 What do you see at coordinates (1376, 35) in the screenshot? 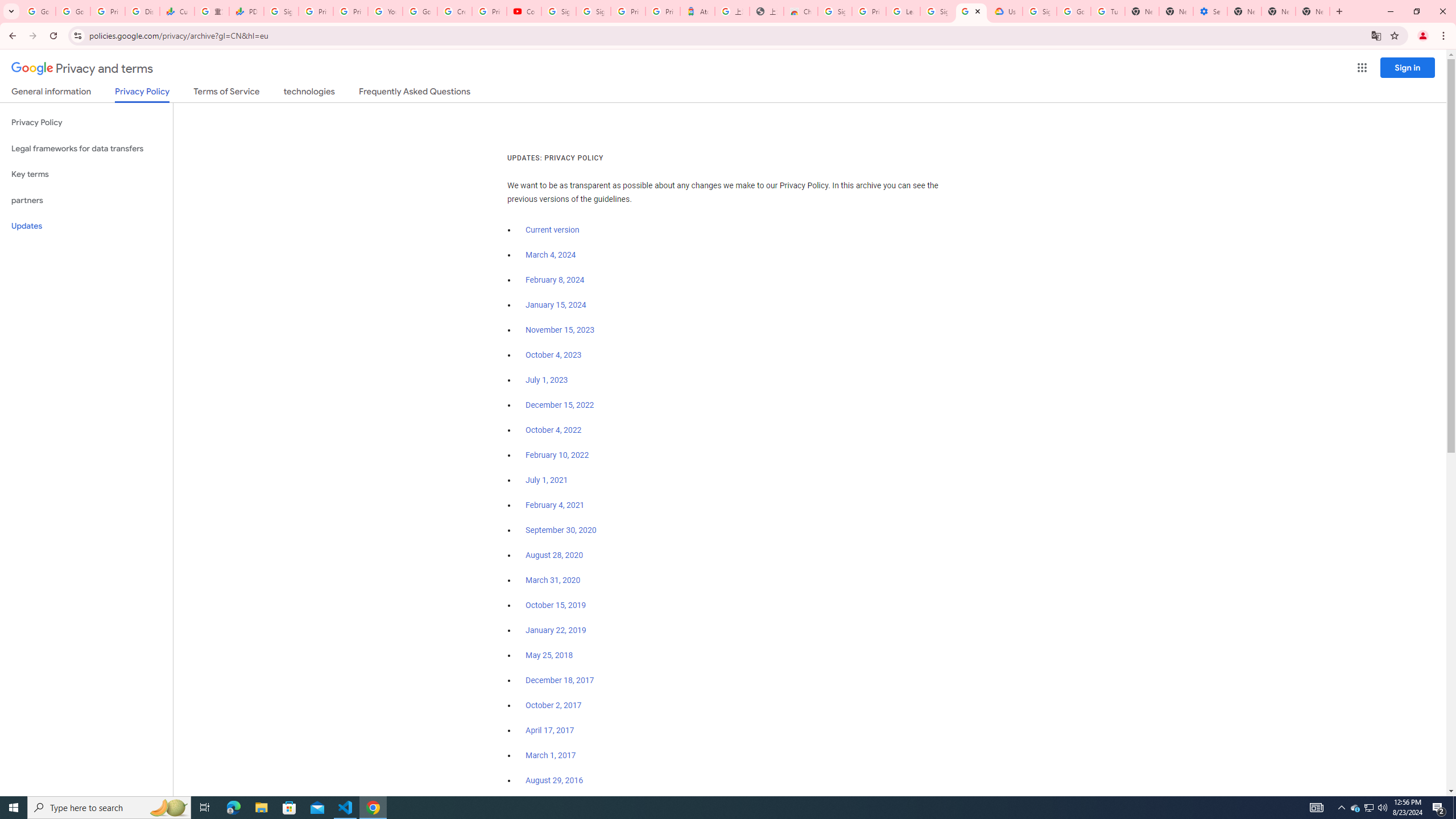
I see `'Translate this page'` at bounding box center [1376, 35].